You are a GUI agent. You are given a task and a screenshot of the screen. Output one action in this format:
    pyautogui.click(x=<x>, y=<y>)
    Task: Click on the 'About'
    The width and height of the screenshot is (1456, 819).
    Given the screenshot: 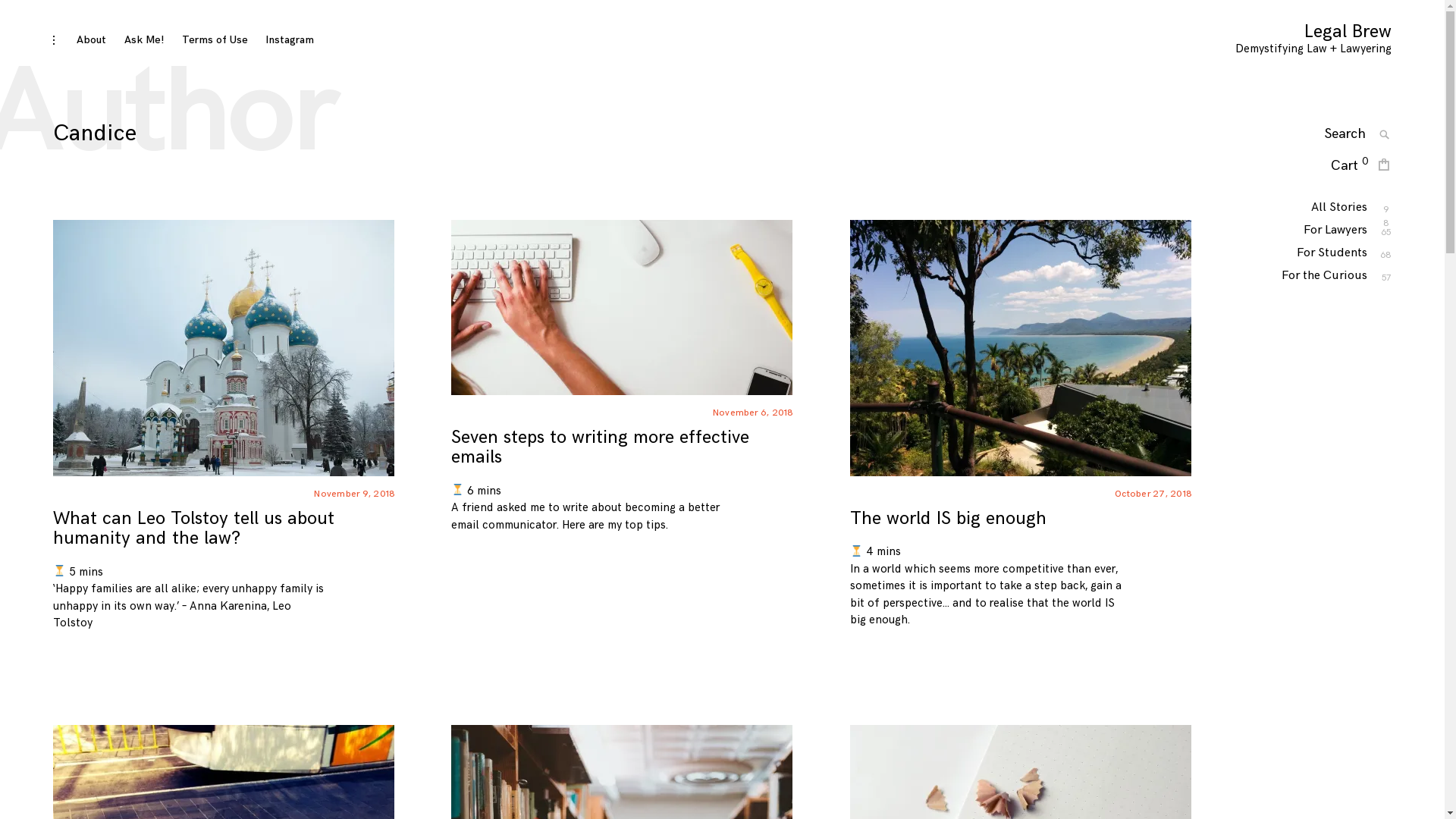 What is the action you would take?
    pyautogui.click(x=75, y=39)
    